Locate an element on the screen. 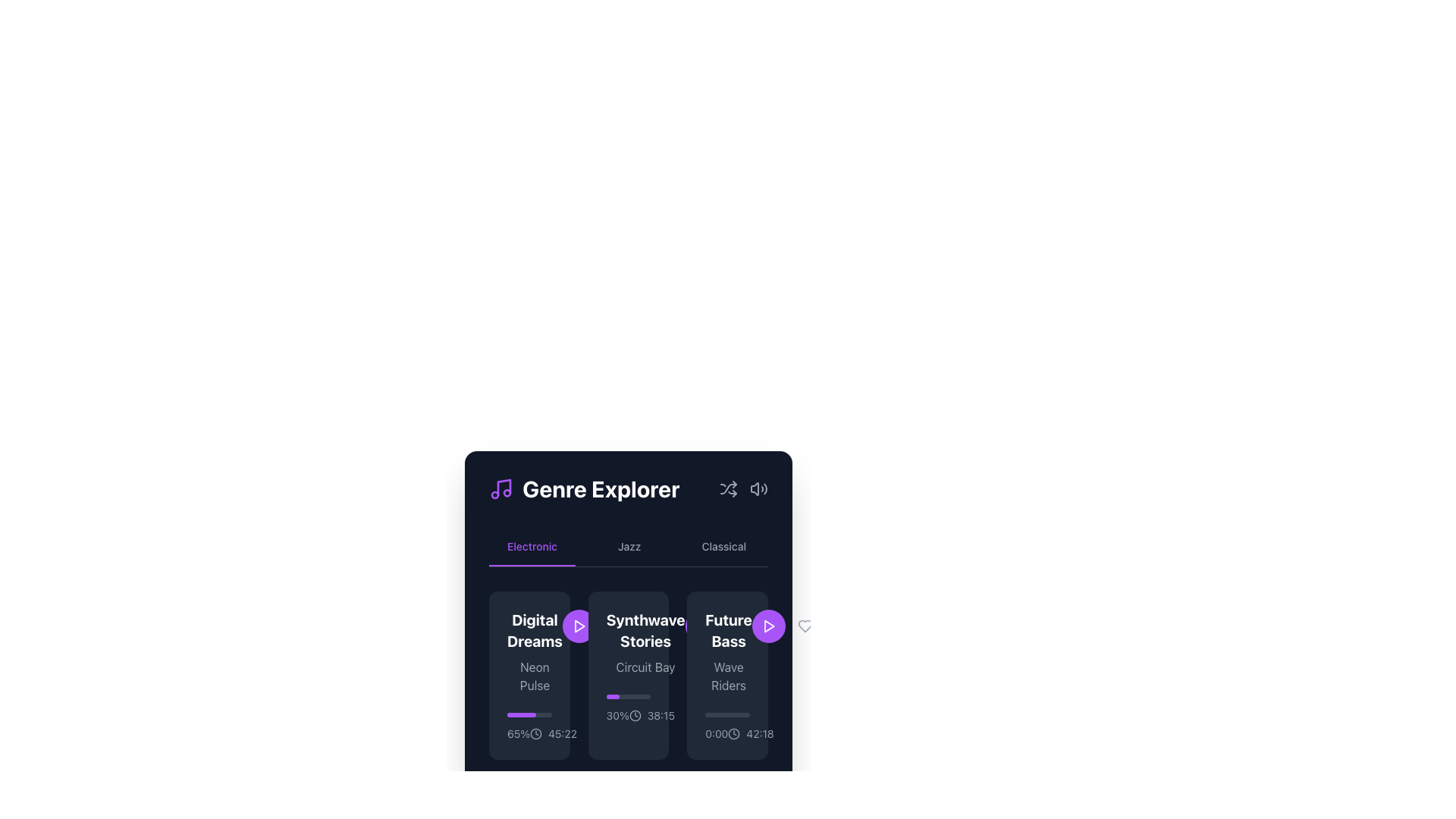 This screenshot has height=819, width=1456. the informational card representing a specific item in the 'Genre Explorer' section is located at coordinates (529, 675).